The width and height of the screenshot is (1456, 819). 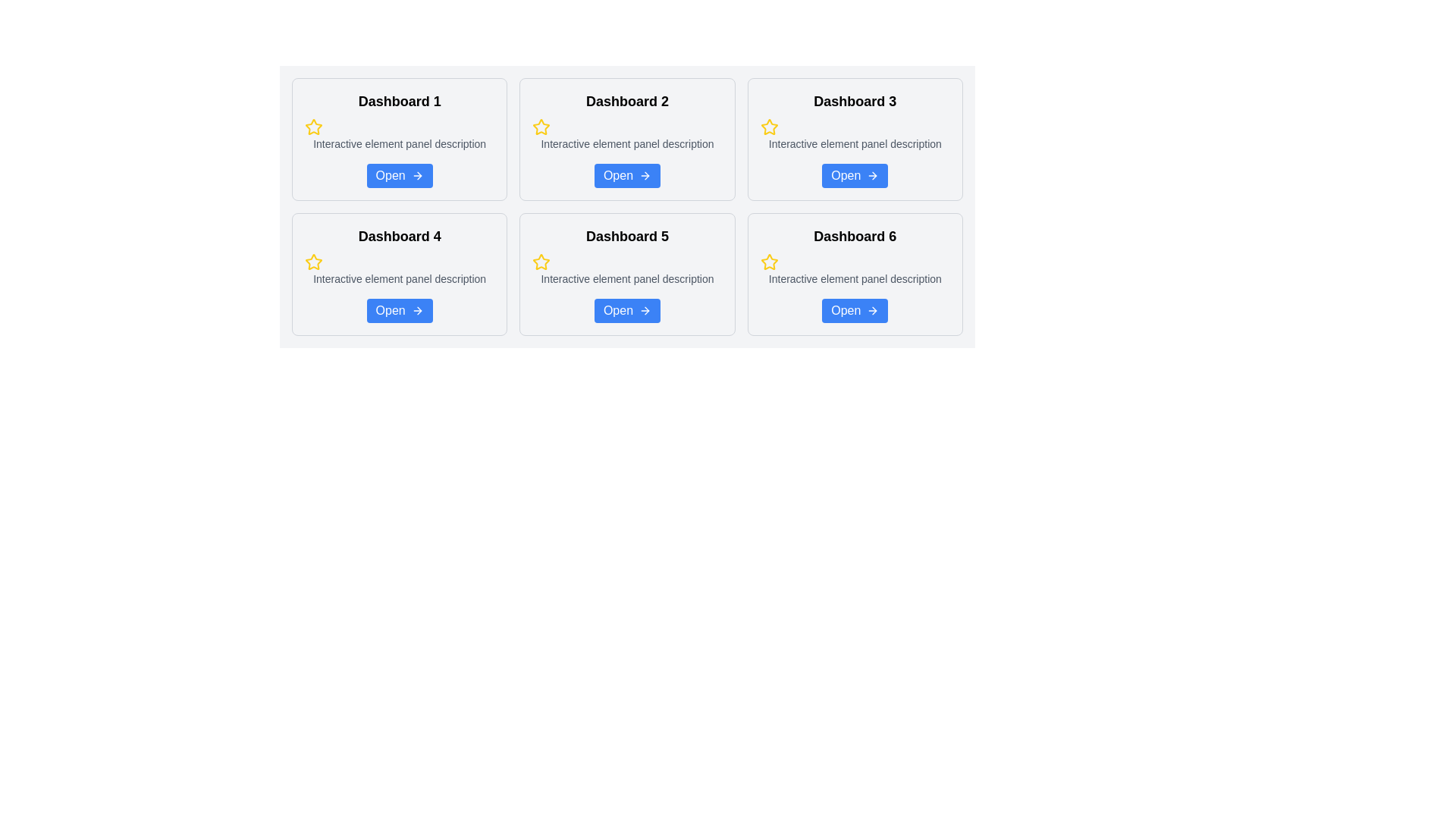 What do you see at coordinates (541, 125) in the screenshot?
I see `the star icon button` at bounding box center [541, 125].